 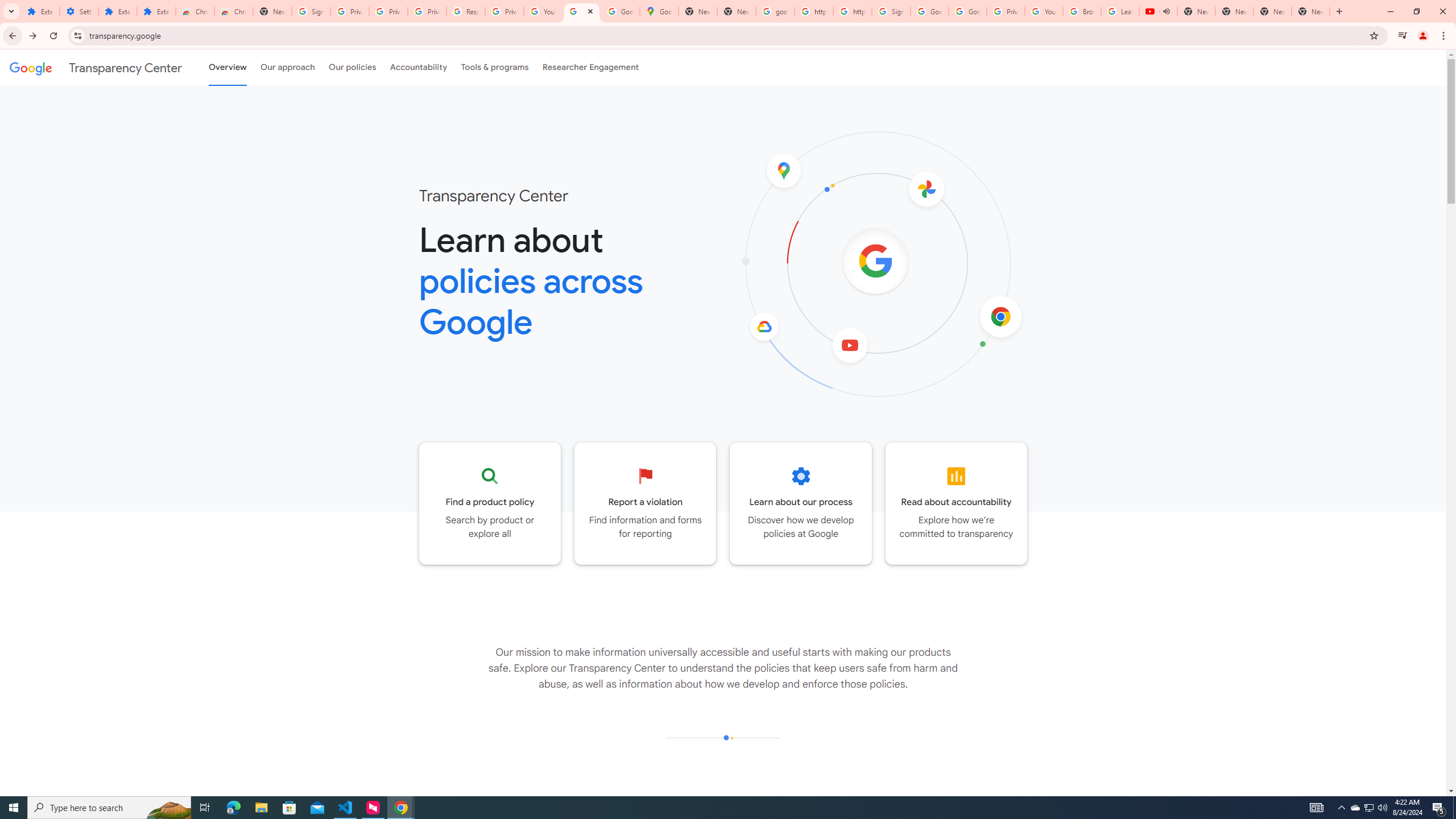 What do you see at coordinates (494, 67) in the screenshot?
I see `'Tools & programs'` at bounding box center [494, 67].